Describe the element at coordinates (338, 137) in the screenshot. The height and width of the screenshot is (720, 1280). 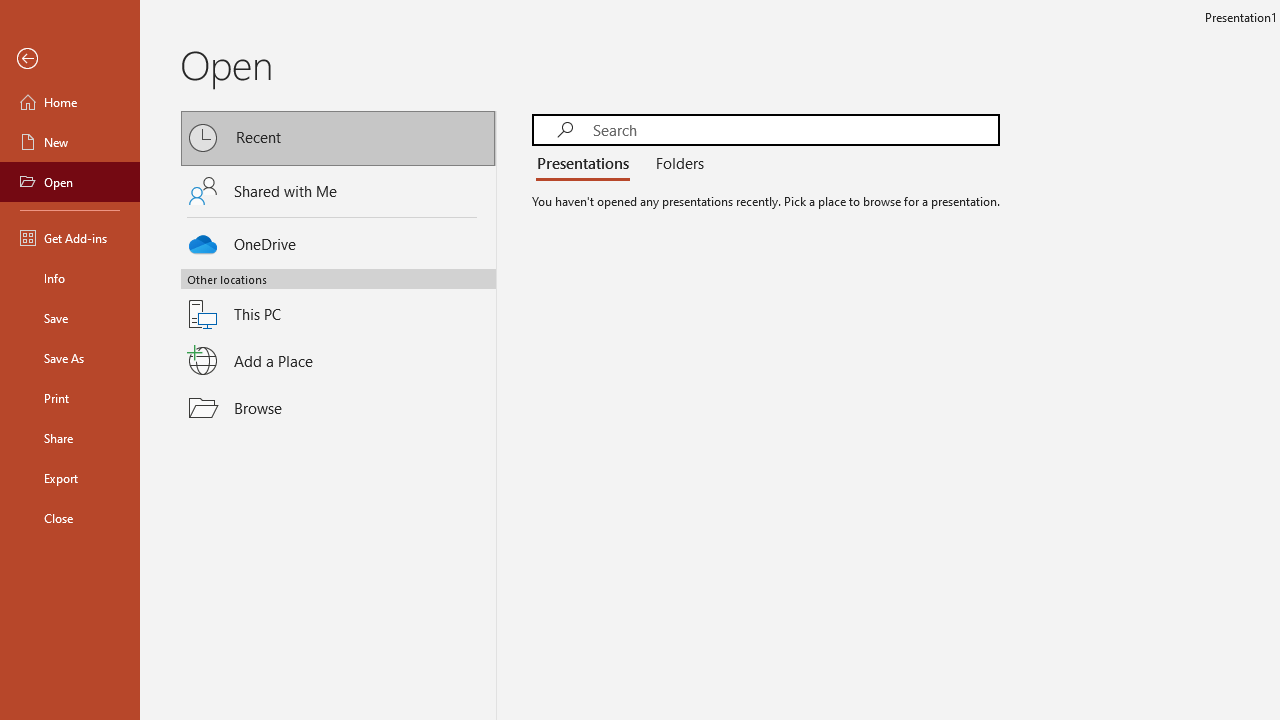
I see `'Recent'` at that location.